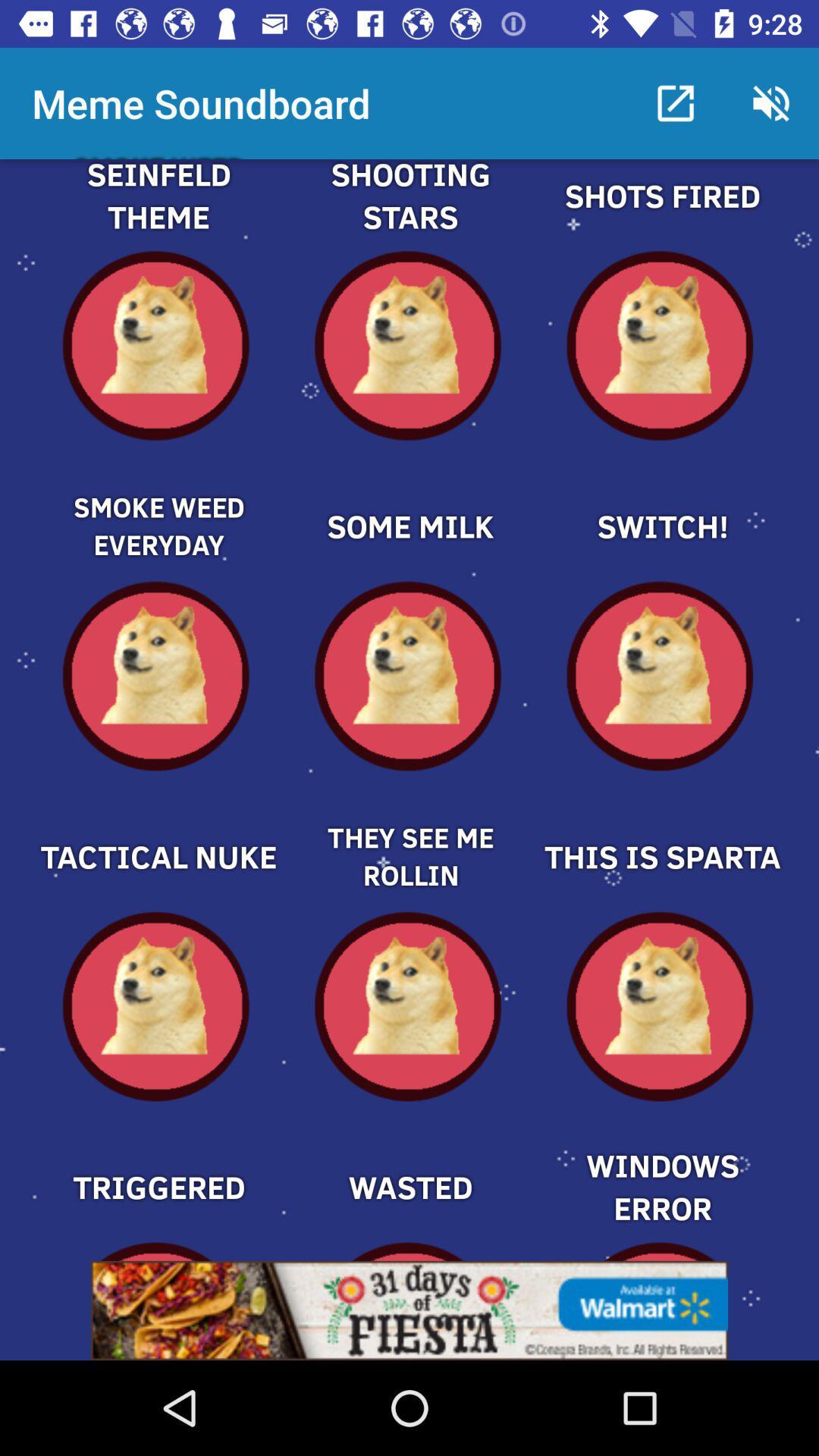  I want to click on selected sounds, so click(409, 213).